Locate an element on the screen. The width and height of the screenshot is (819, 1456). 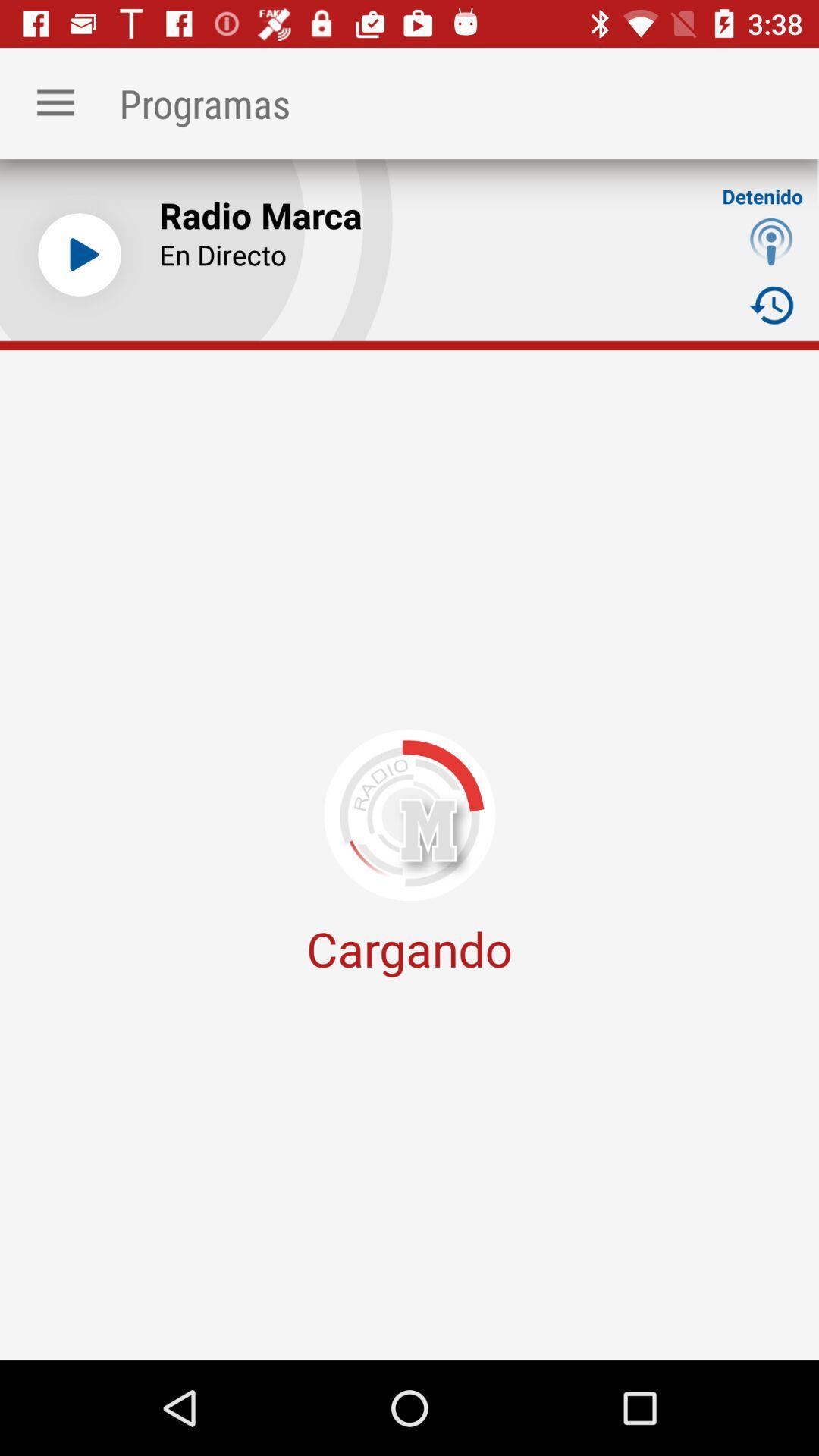
the icon to the left of the radio marca item is located at coordinates (79, 255).